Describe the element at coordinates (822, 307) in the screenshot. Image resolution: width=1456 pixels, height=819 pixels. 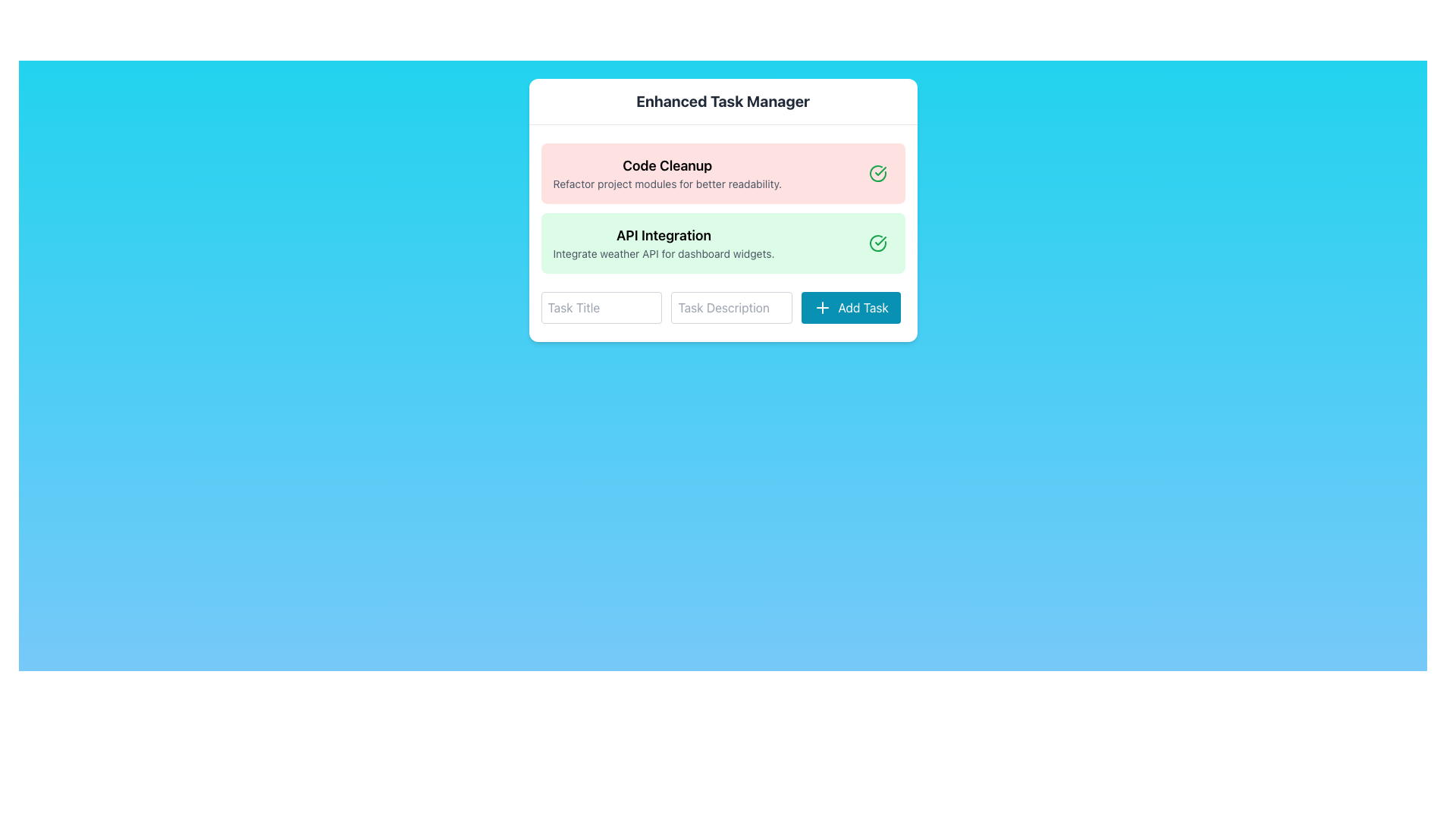
I see `the circular plus icon, which is styled with cyan color and white strokes, located within the 'Add Task' button` at that location.